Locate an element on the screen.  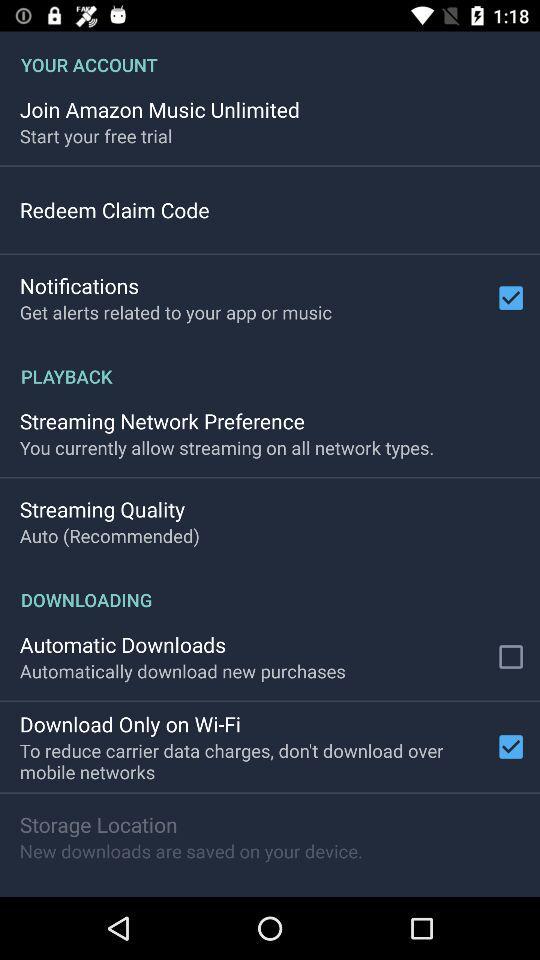
the storage location item is located at coordinates (97, 824).